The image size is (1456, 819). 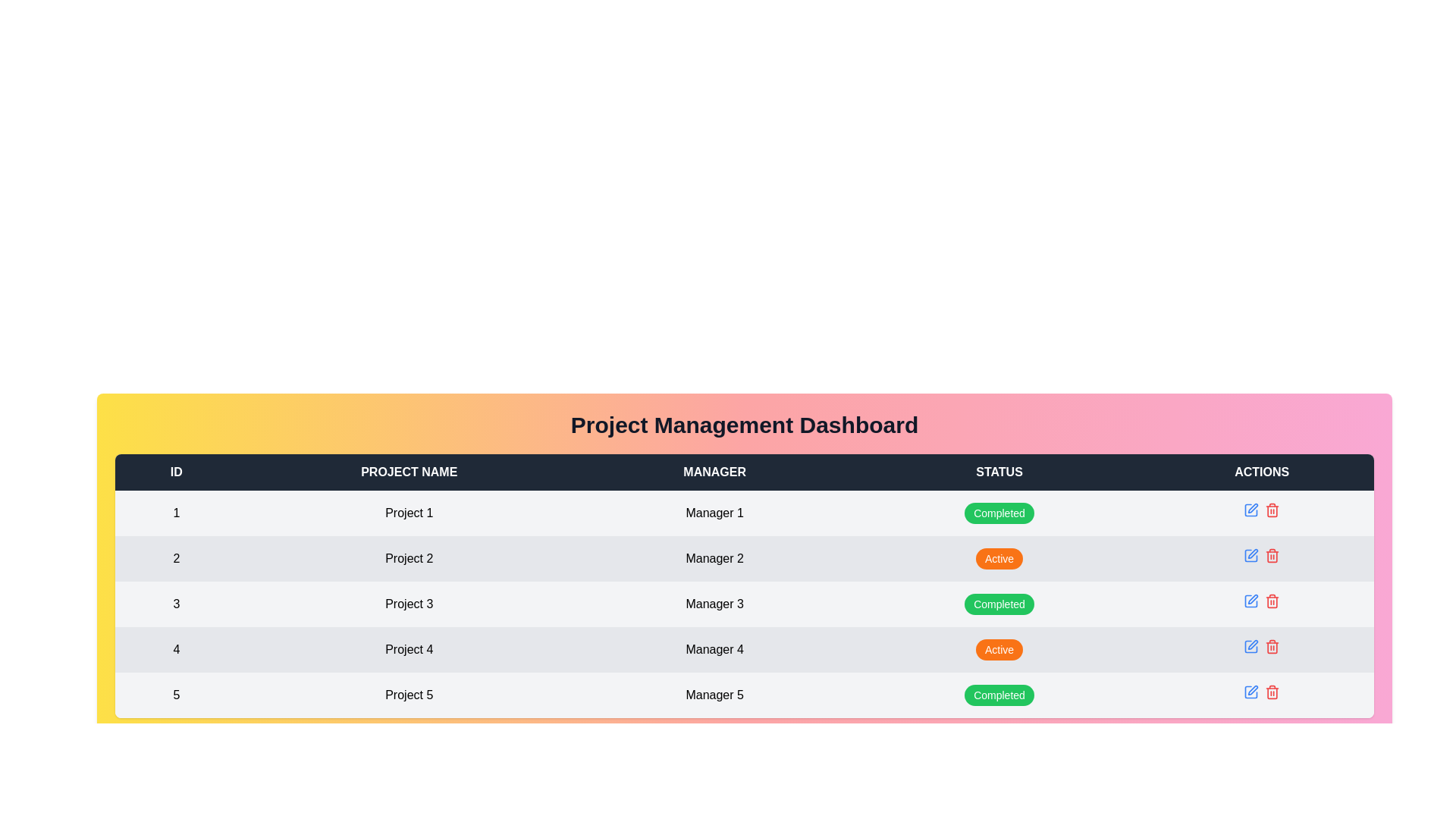 What do you see at coordinates (1253, 645) in the screenshot?
I see `the edit icon located in the last row of the table under the 'Actions' column, aligned to the right` at bounding box center [1253, 645].